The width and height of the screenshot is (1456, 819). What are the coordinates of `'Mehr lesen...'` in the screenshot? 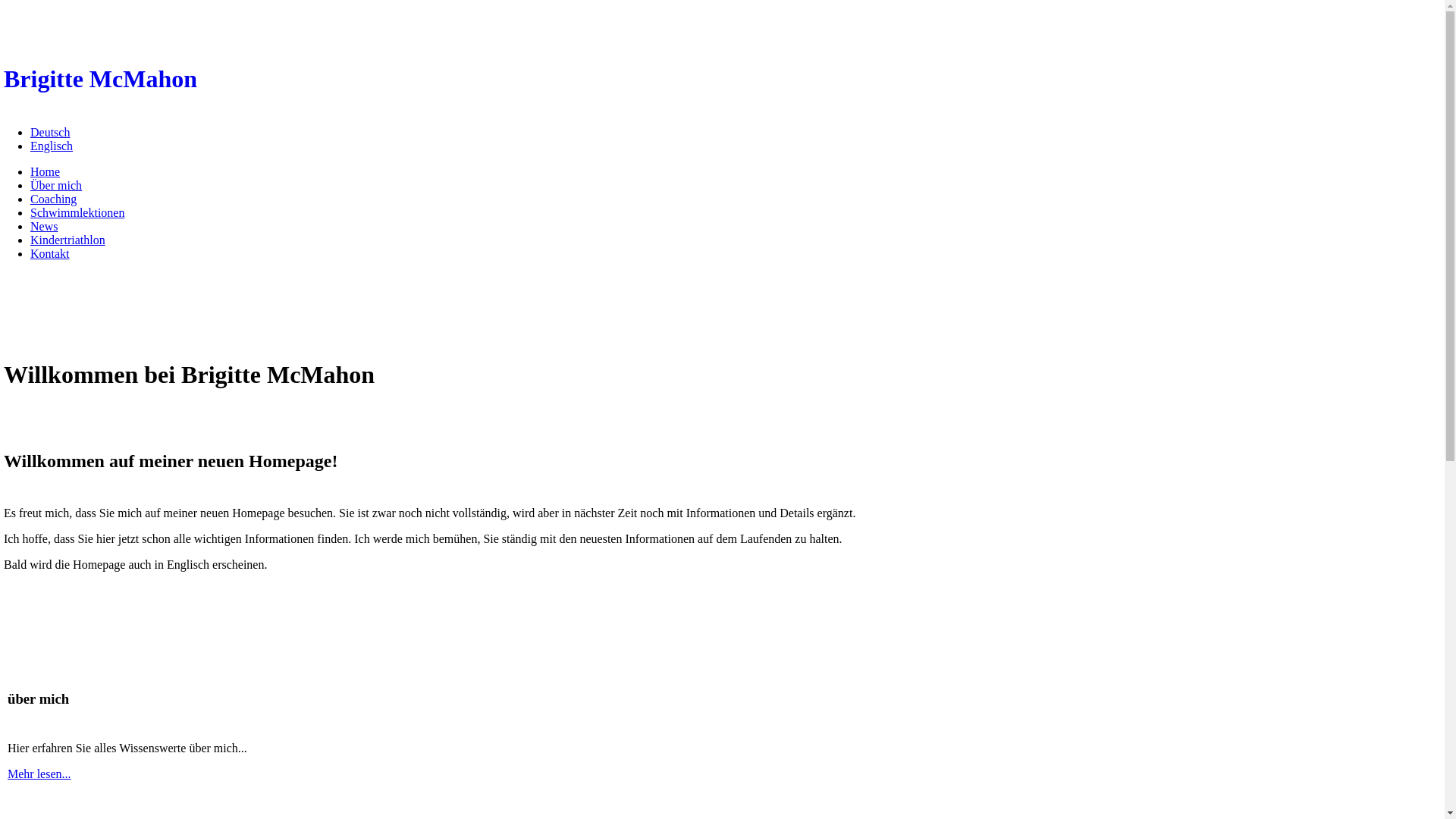 It's located at (39, 773).